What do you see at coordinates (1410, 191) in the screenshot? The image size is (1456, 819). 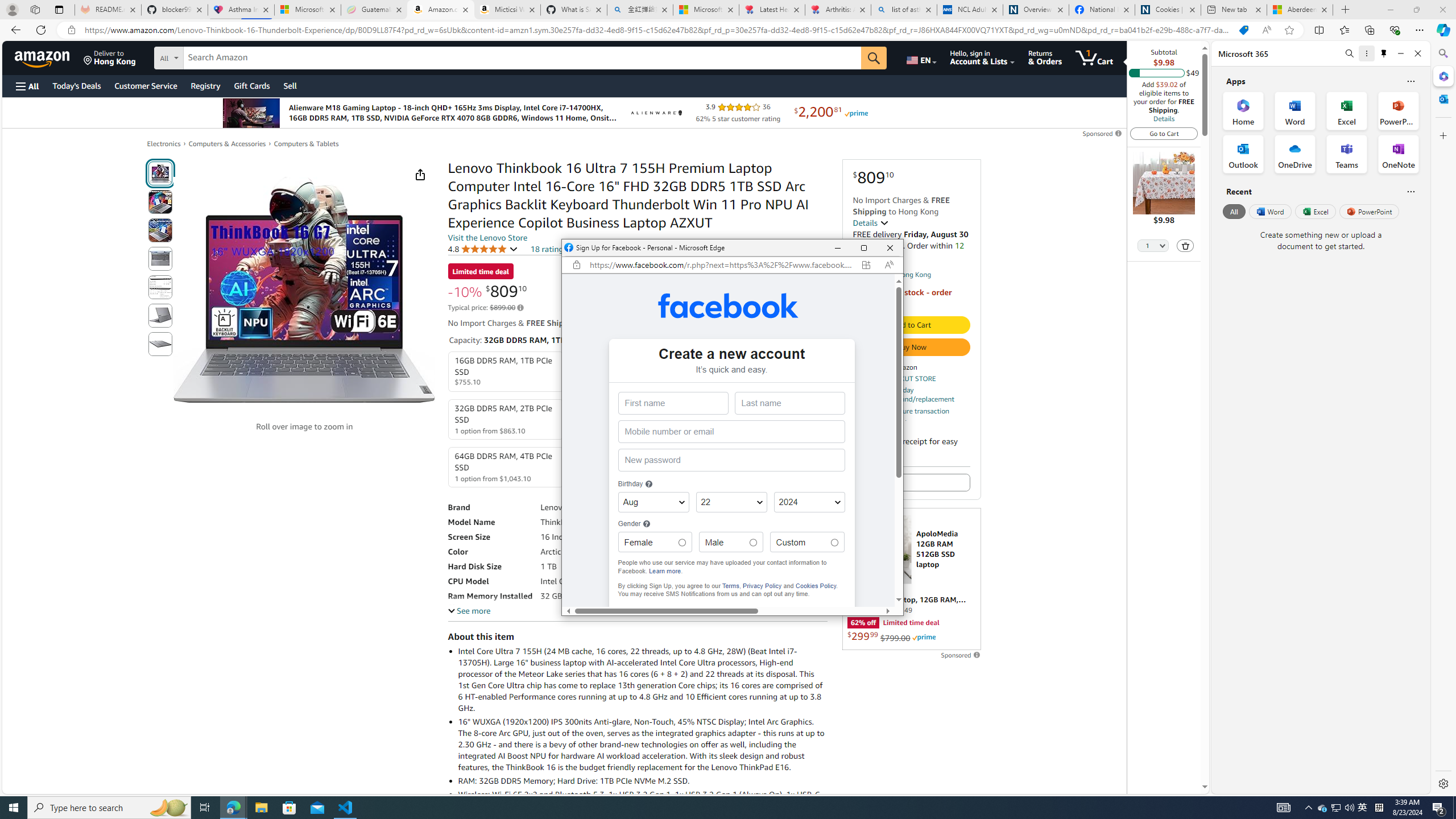 I see `'Is this helpful?'` at bounding box center [1410, 191].